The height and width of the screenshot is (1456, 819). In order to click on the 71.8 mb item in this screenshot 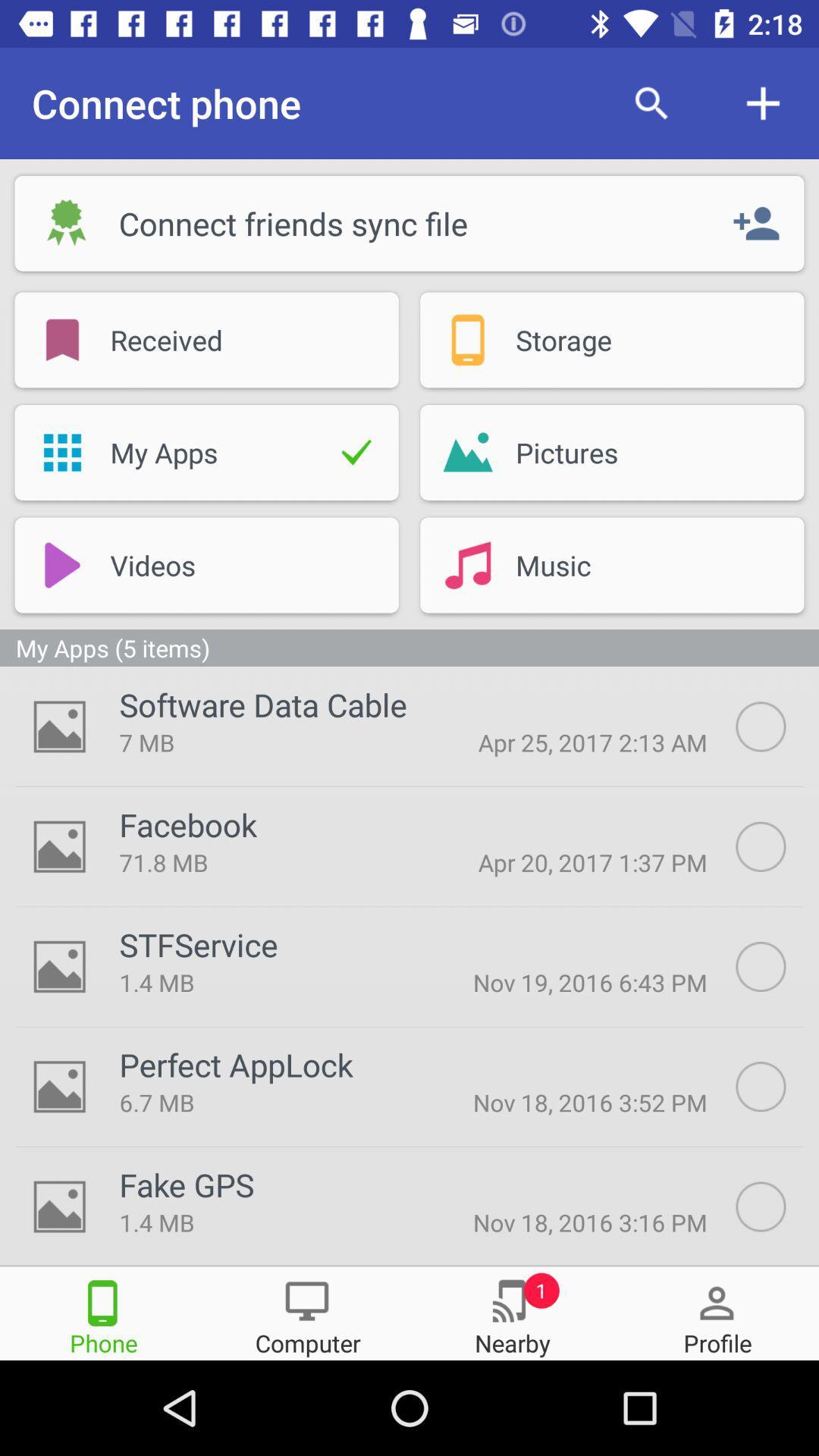, I will do `click(265, 862)`.